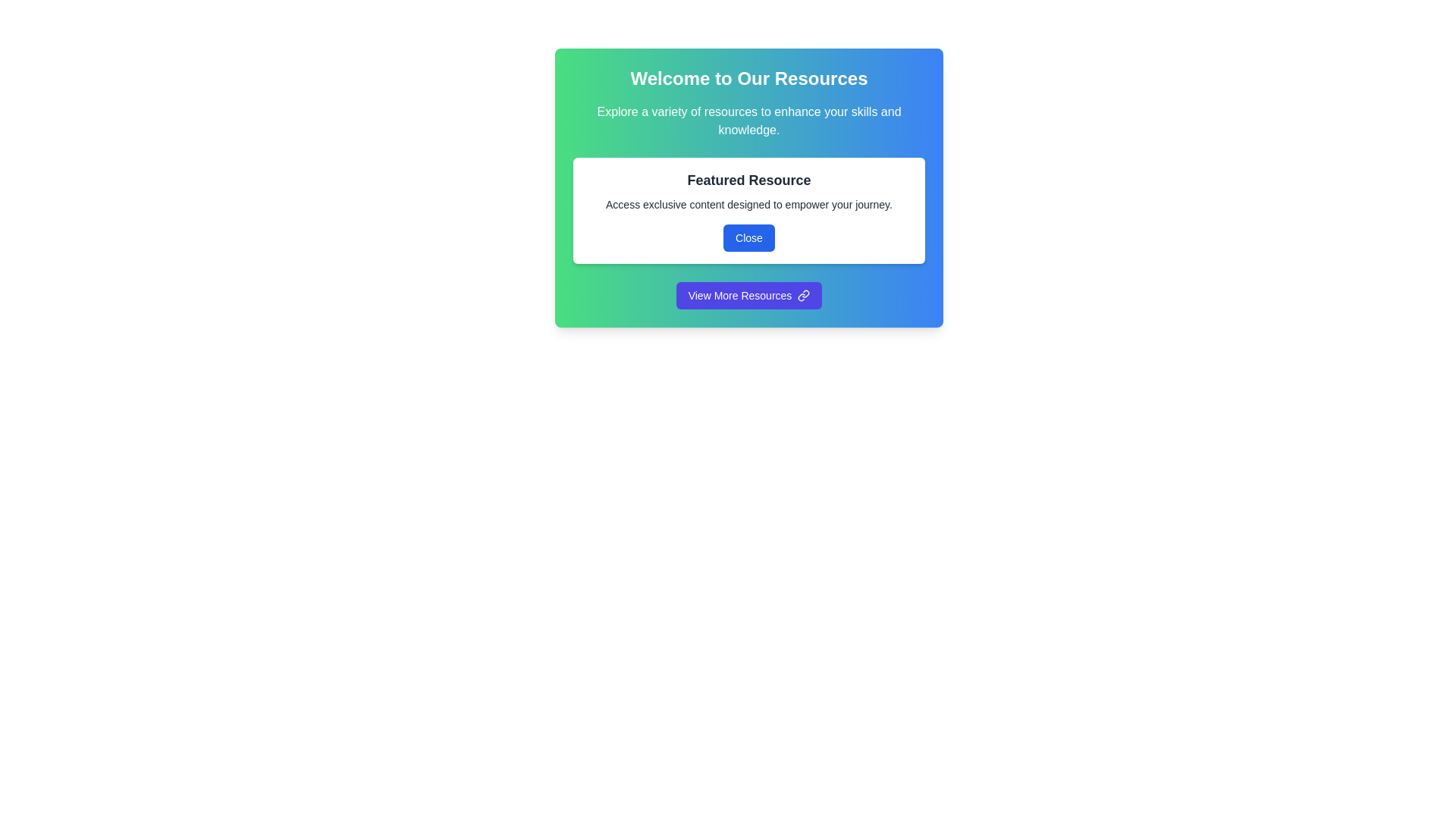 This screenshot has height=819, width=1456. Describe the element at coordinates (749, 237) in the screenshot. I see `the 'Close' button, which has a rounded rectangular shape with a blue background and white text` at that location.